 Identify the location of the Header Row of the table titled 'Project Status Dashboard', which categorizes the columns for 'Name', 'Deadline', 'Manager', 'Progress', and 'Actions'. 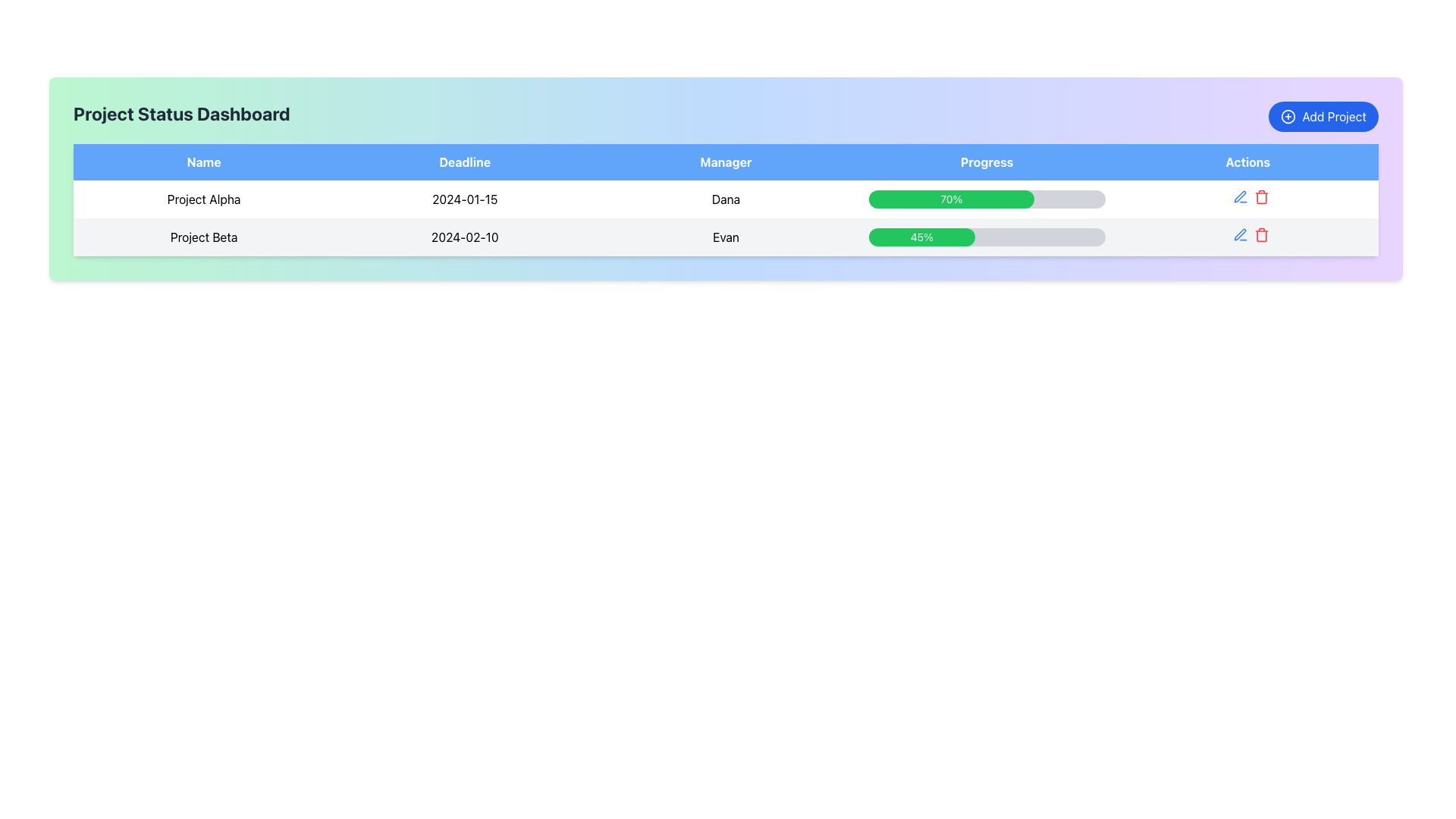
(725, 162).